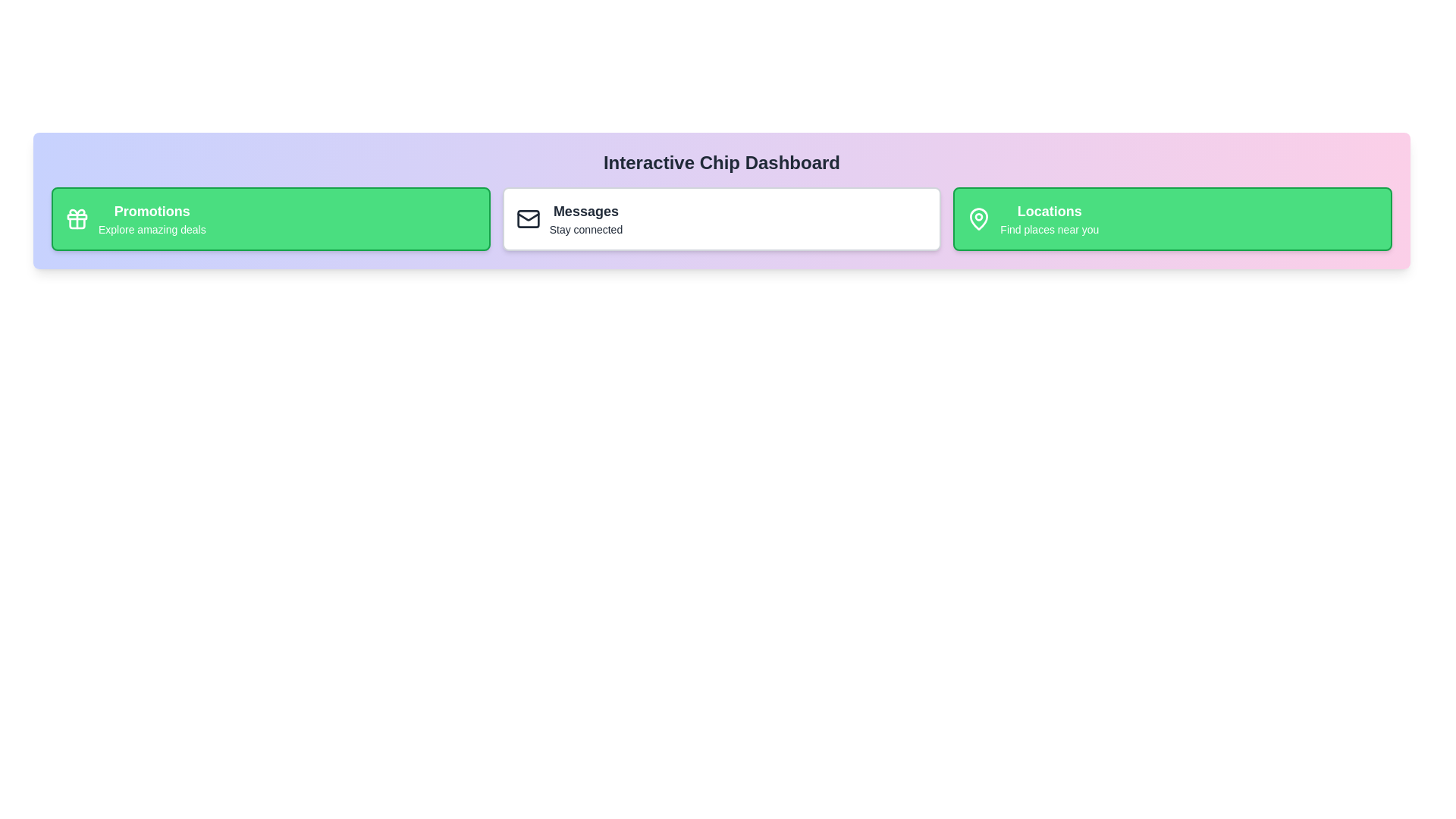 This screenshot has width=1456, height=819. Describe the element at coordinates (720, 219) in the screenshot. I see `the chip labeled Messages` at that location.